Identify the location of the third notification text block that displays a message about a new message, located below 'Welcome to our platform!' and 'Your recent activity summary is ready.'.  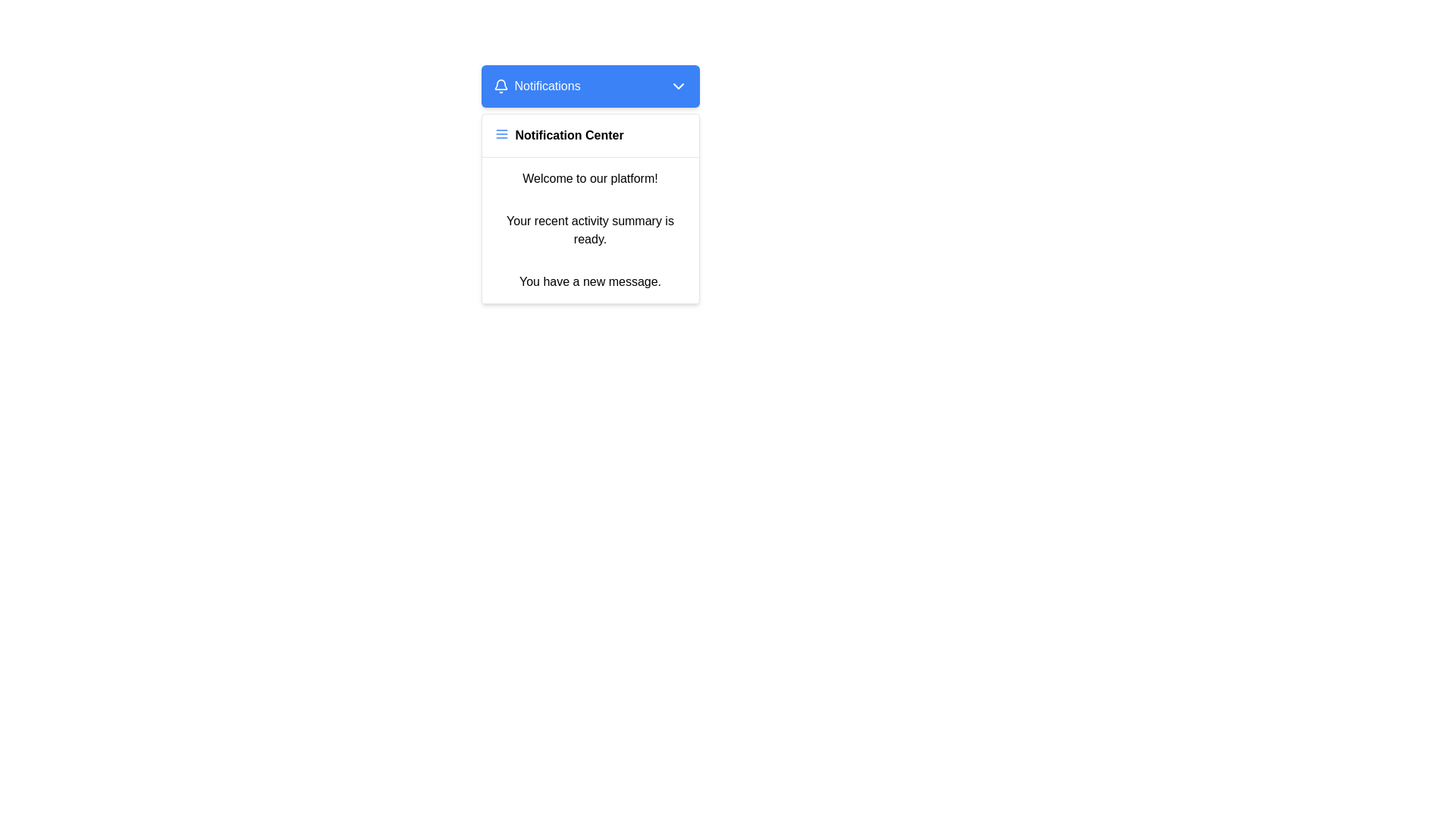
(589, 281).